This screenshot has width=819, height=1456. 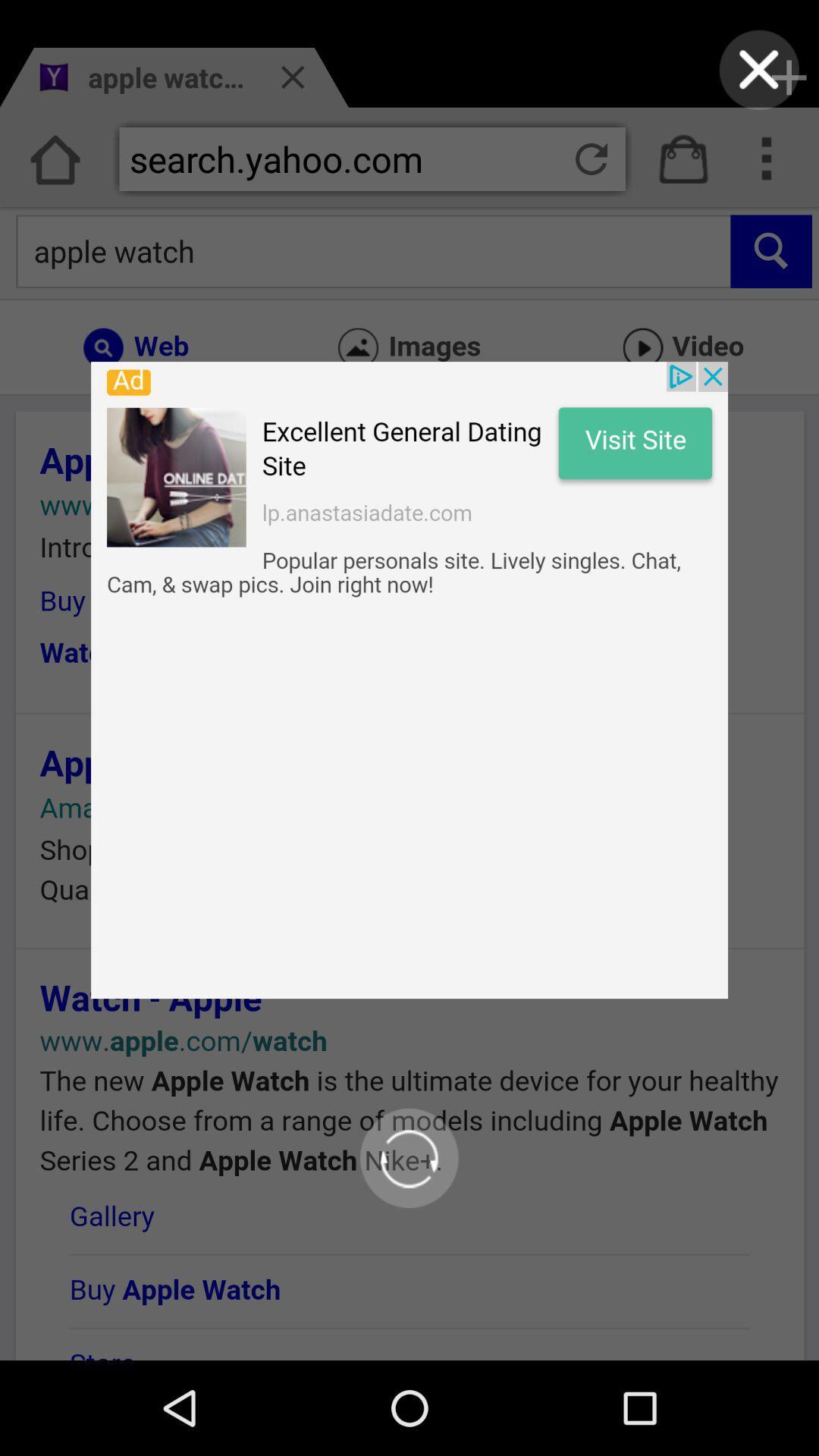 What do you see at coordinates (759, 69) in the screenshot?
I see `the option` at bounding box center [759, 69].